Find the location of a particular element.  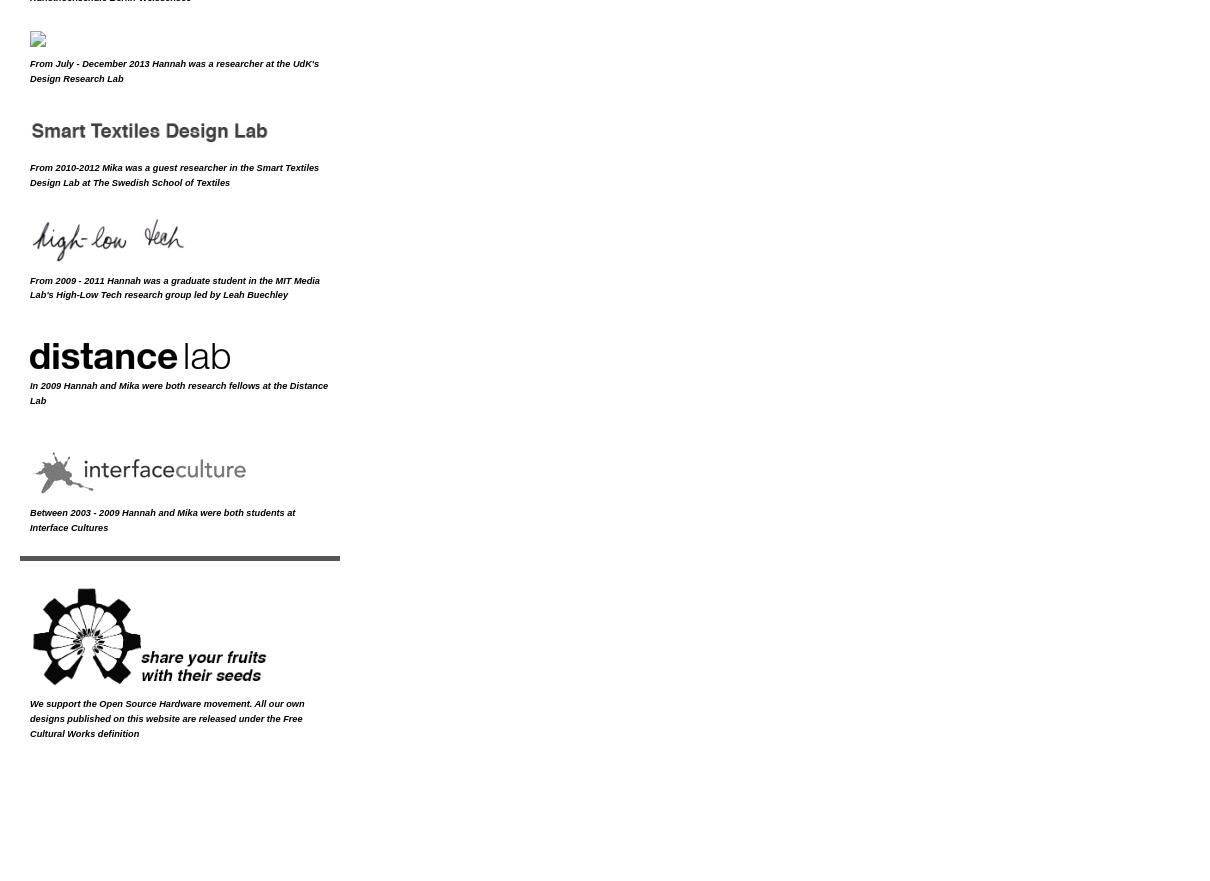

'Design Research Lab' is located at coordinates (75, 76).